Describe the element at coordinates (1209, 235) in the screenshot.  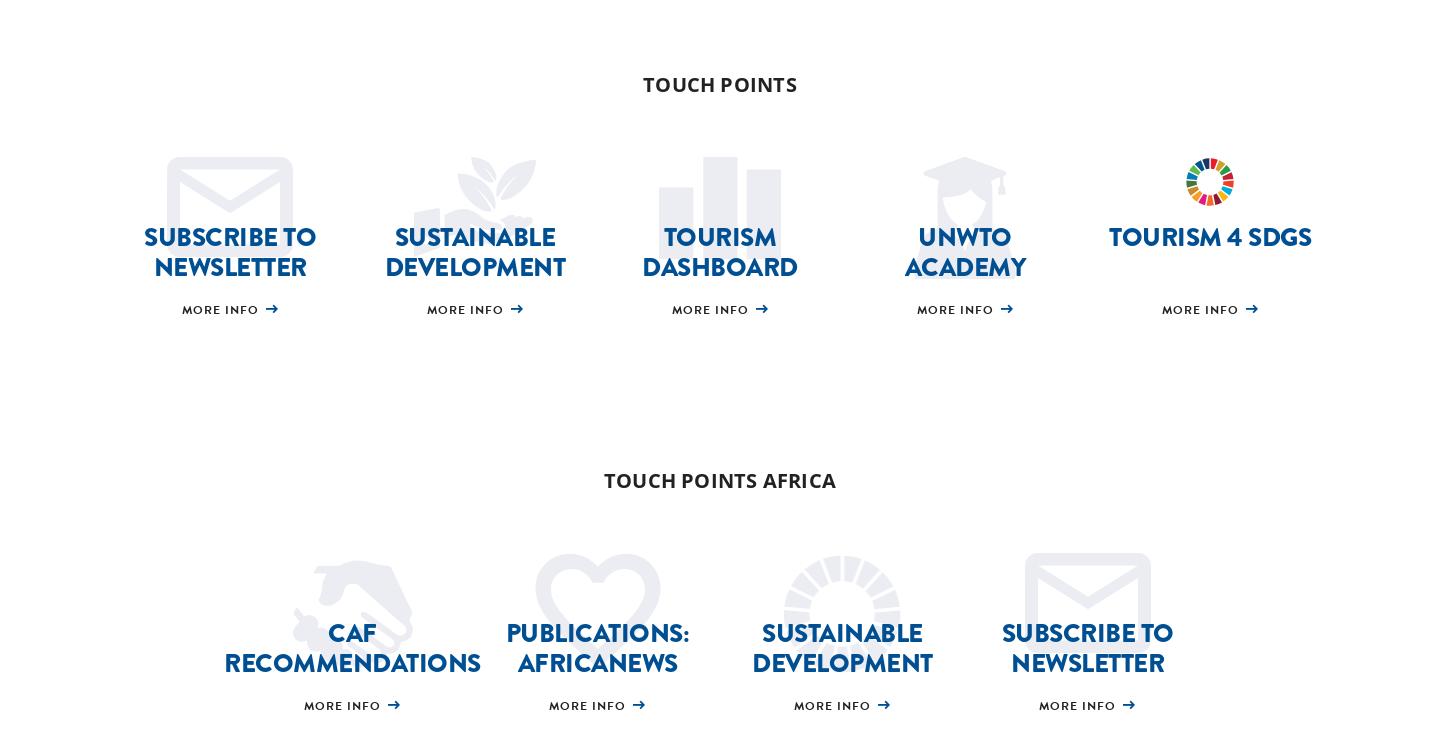
I see `'TOURISM 4 SDGs'` at that location.